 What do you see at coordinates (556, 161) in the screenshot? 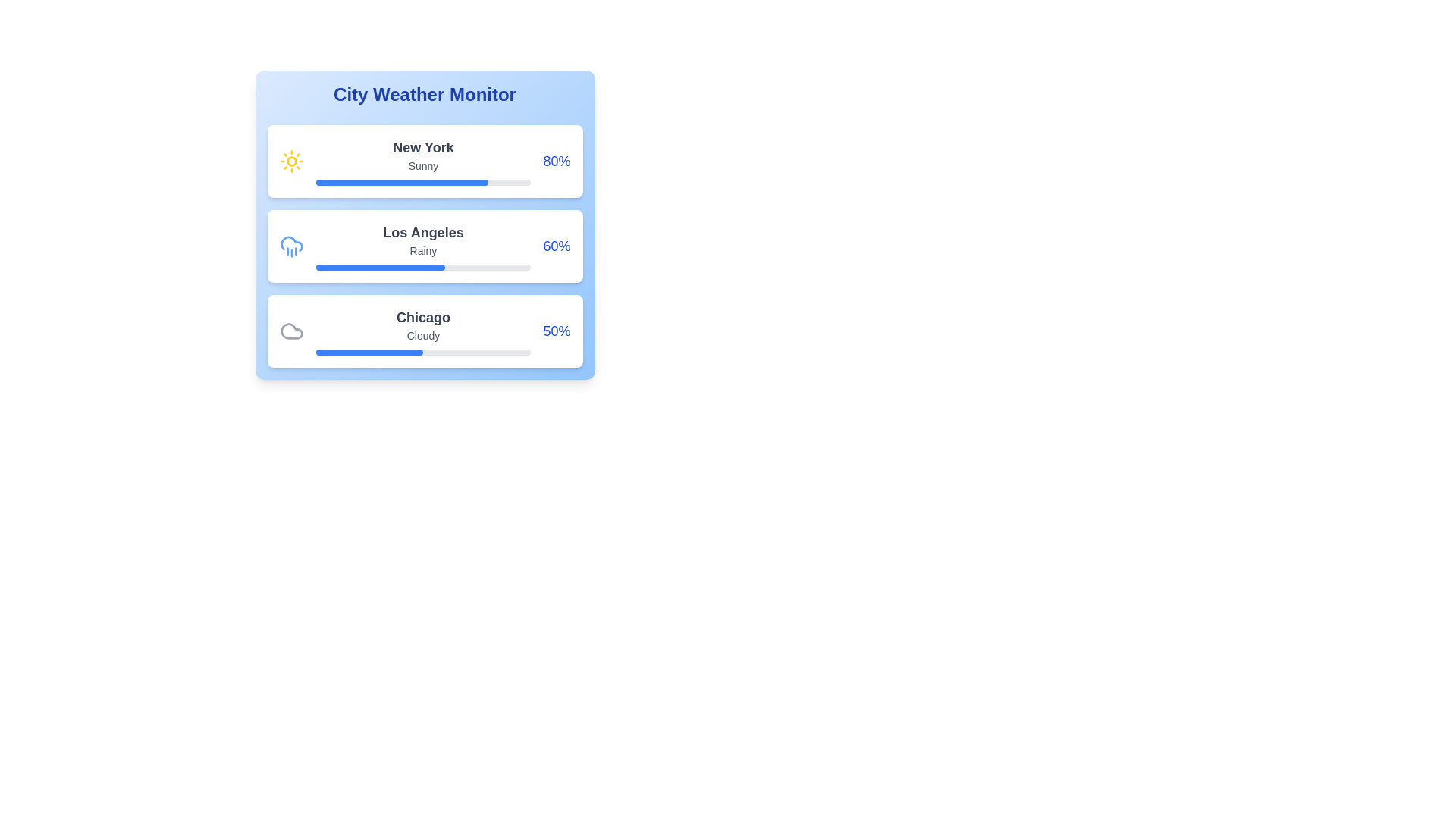
I see `text from the humidity or completion level label located in the top-right corner of the New York weather information card, above the progress bar` at bounding box center [556, 161].